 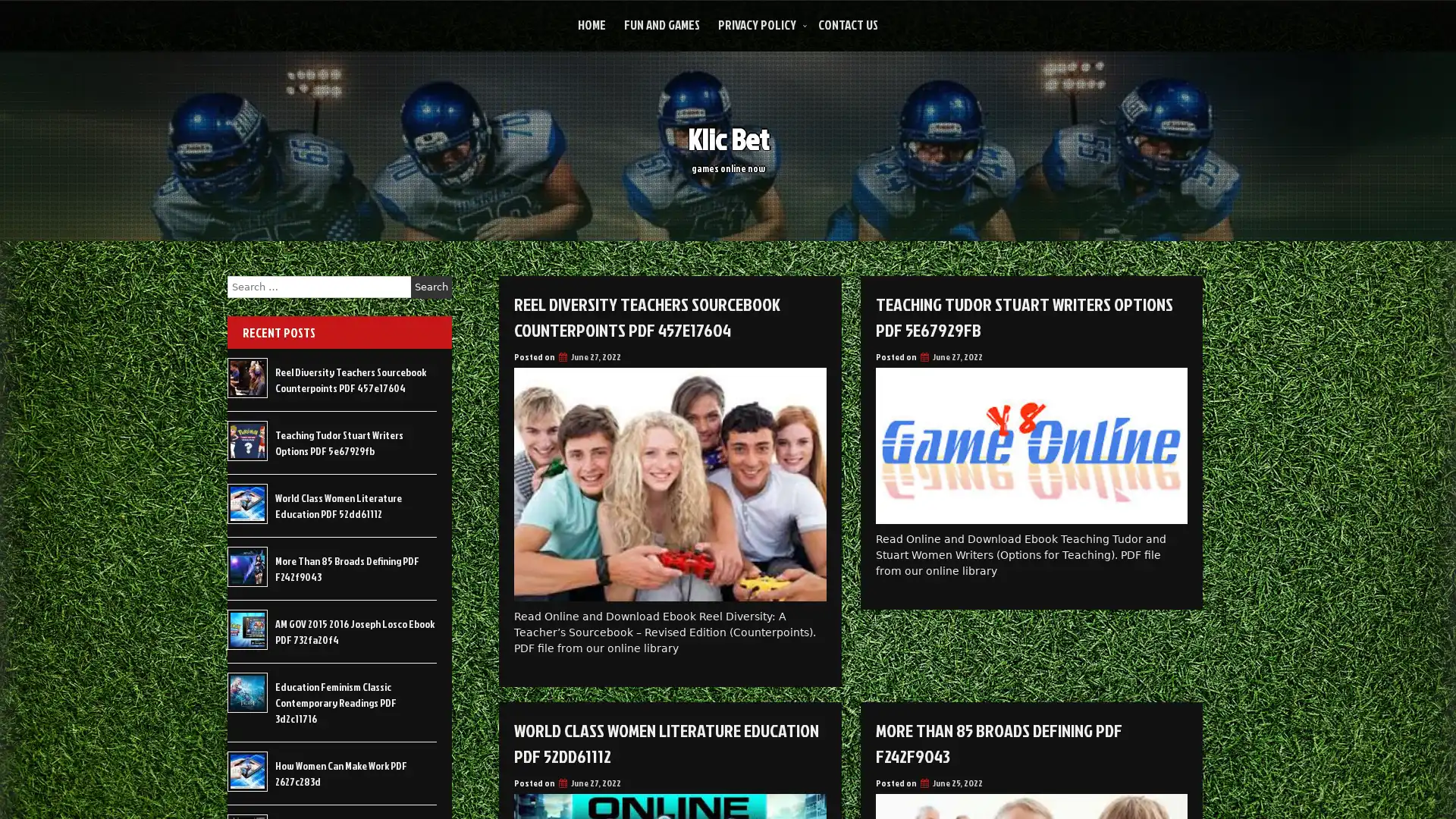 What do you see at coordinates (431, 287) in the screenshot?
I see `Search` at bounding box center [431, 287].